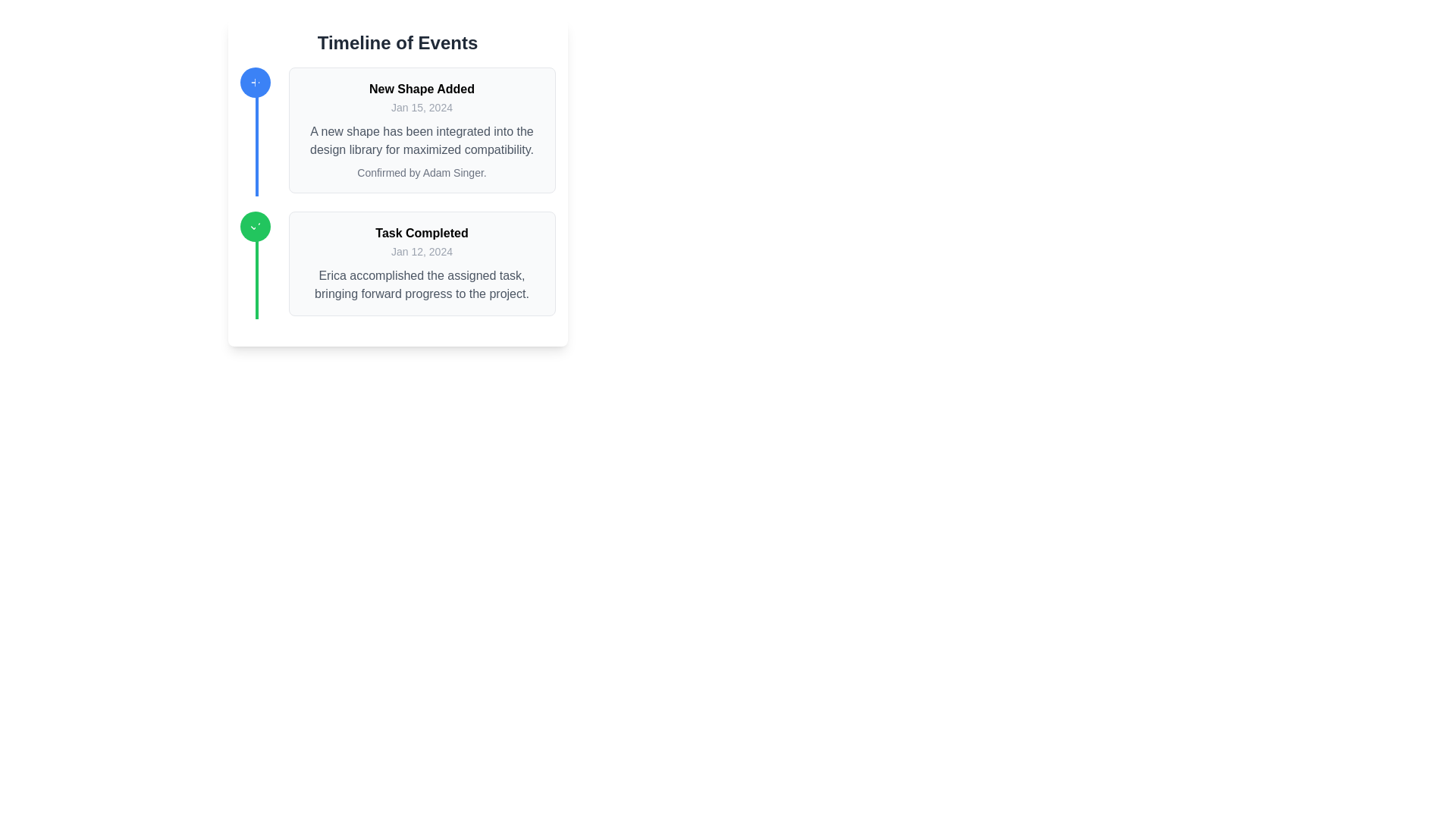  Describe the element at coordinates (255, 82) in the screenshot. I see `the blue circular marker icon in the timeline that signifies a new addition or event, located near the top and to the left of the 'New Shape Added' description` at that location.